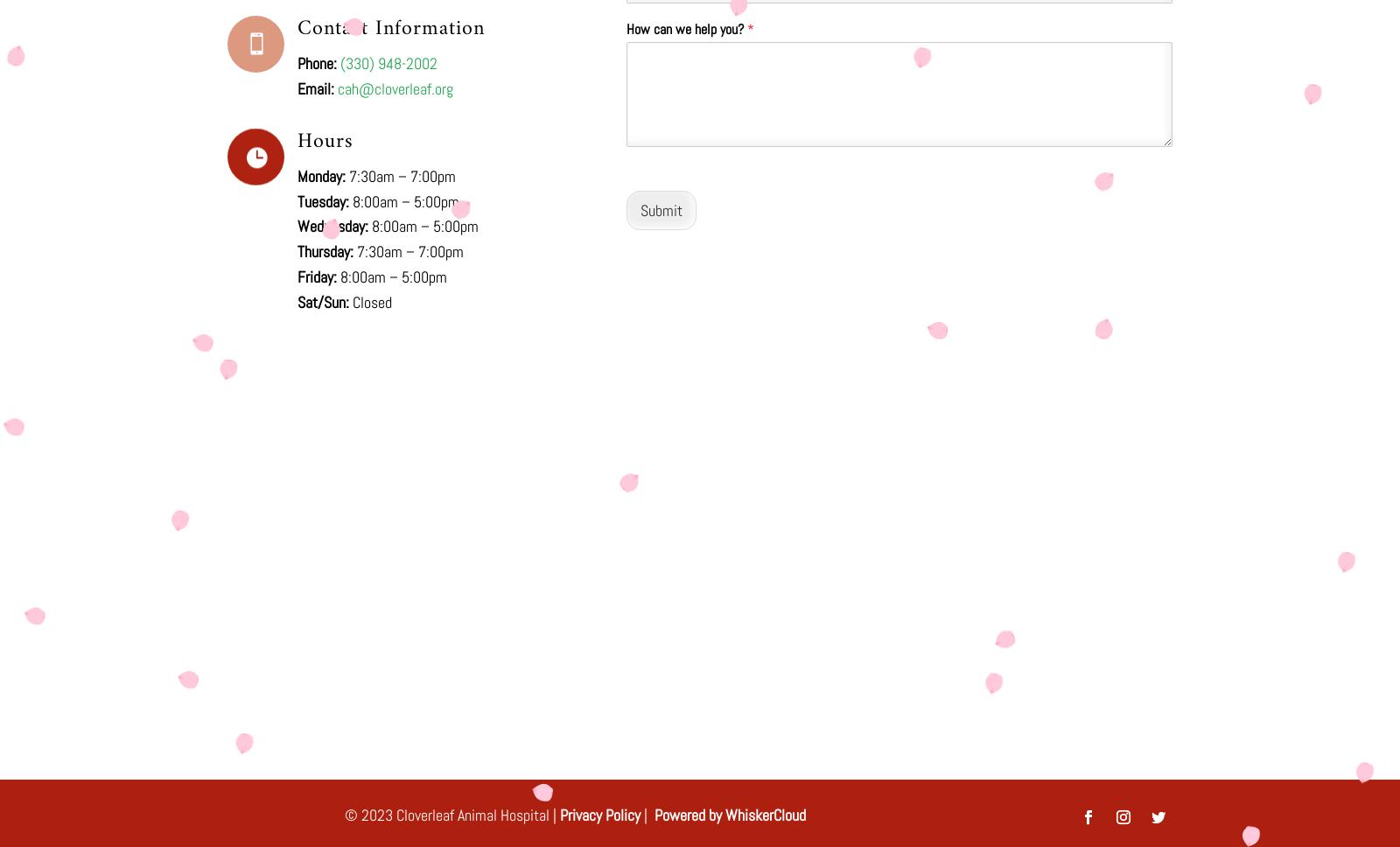 The height and width of the screenshot is (847, 1400). I want to click on 'Monday:', so click(321, 175).